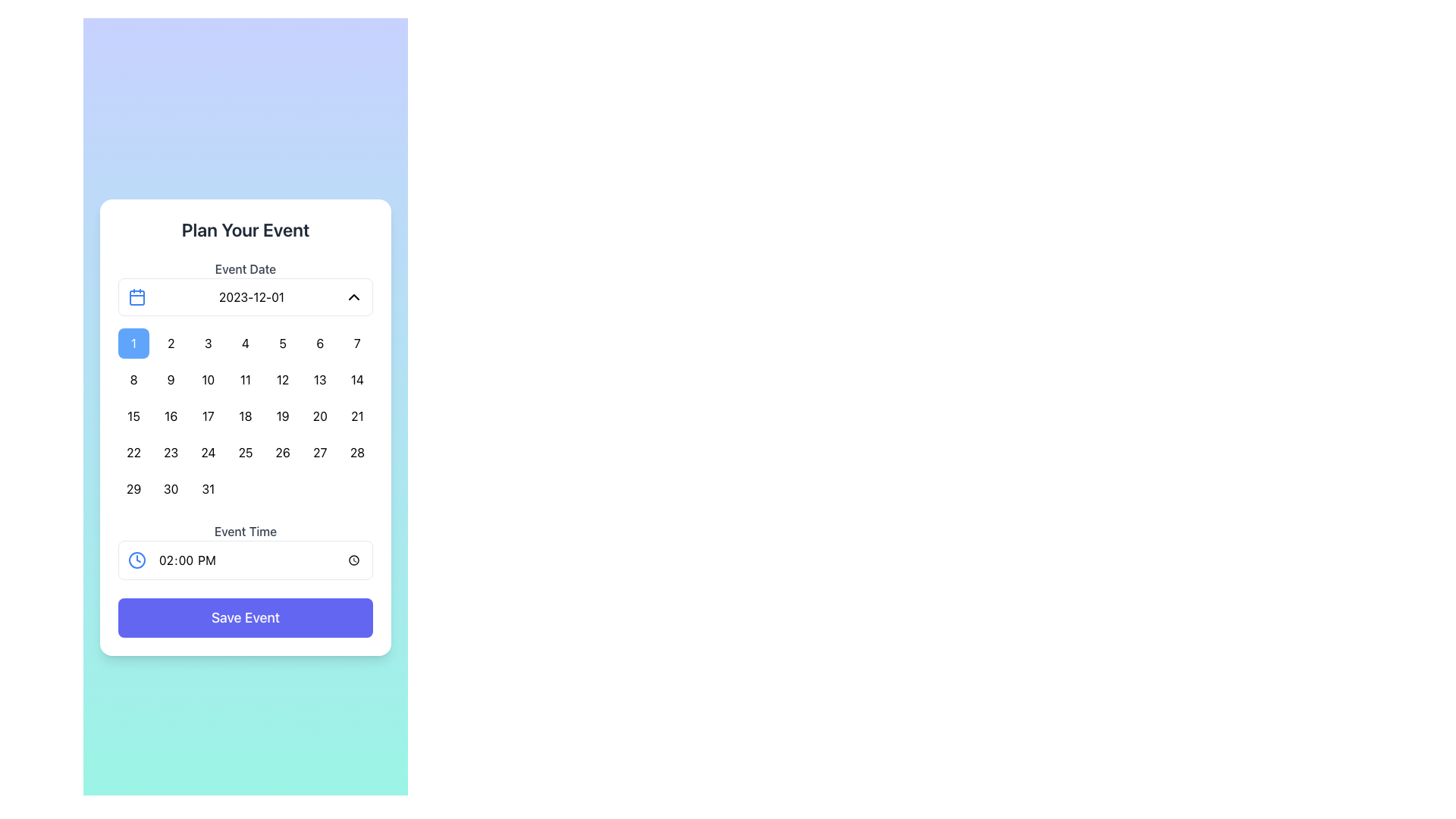 The width and height of the screenshot is (1456, 819). Describe the element at coordinates (207, 488) in the screenshot. I see `the button that signifies the 31st day in the calendar view` at that location.